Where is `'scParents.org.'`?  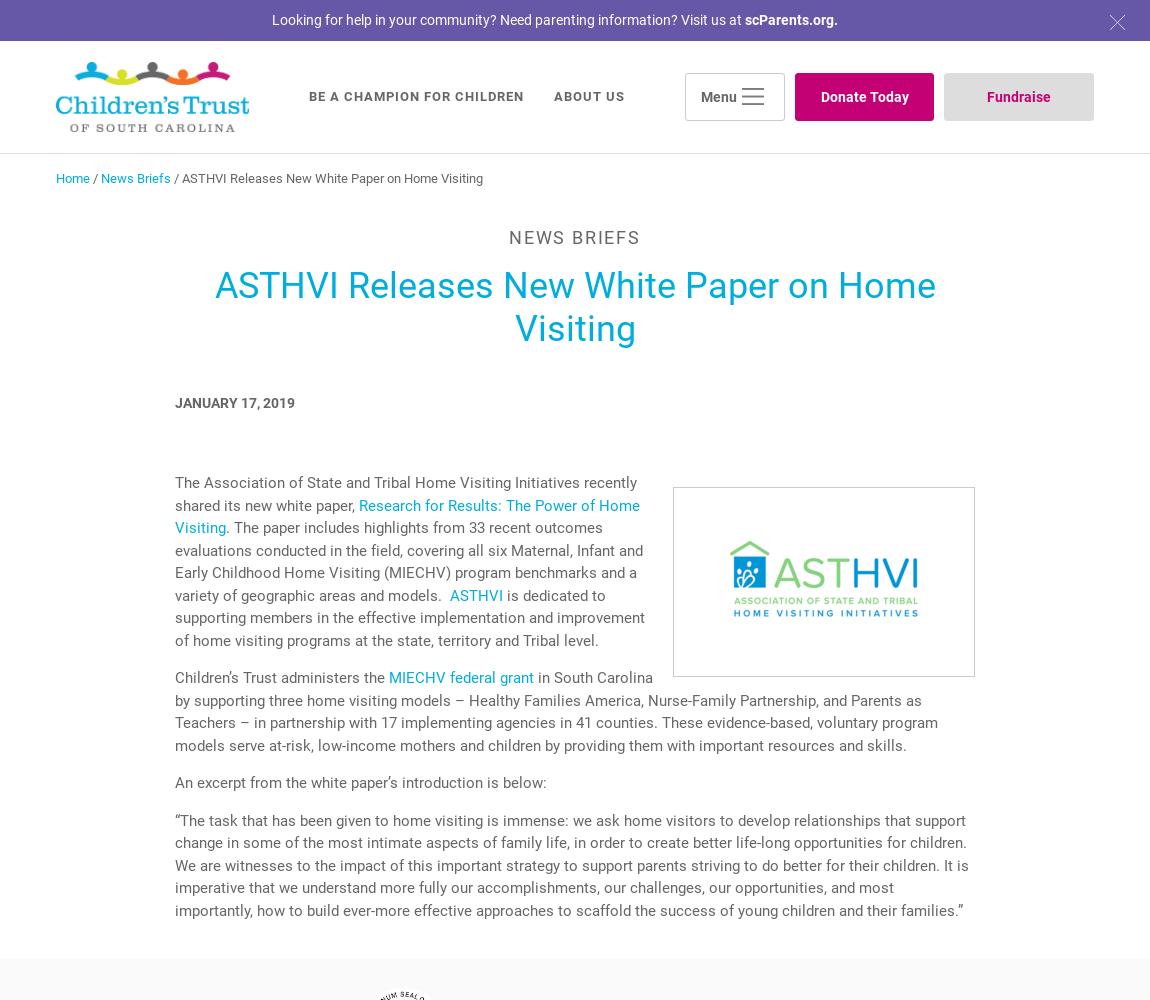
'scParents.org.' is located at coordinates (790, 20).